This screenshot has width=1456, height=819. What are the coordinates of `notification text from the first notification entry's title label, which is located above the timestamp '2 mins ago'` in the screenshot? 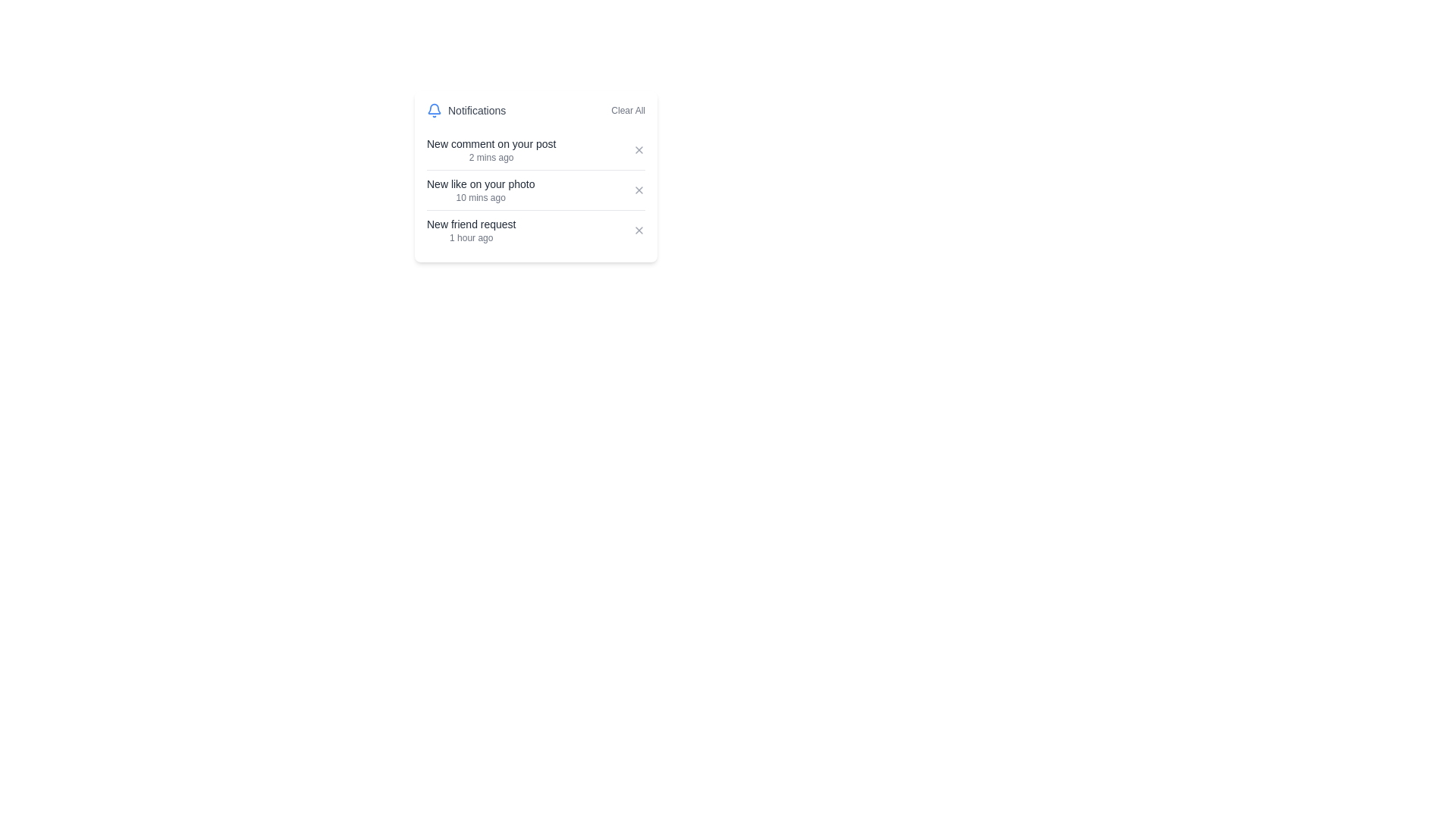 It's located at (491, 143).